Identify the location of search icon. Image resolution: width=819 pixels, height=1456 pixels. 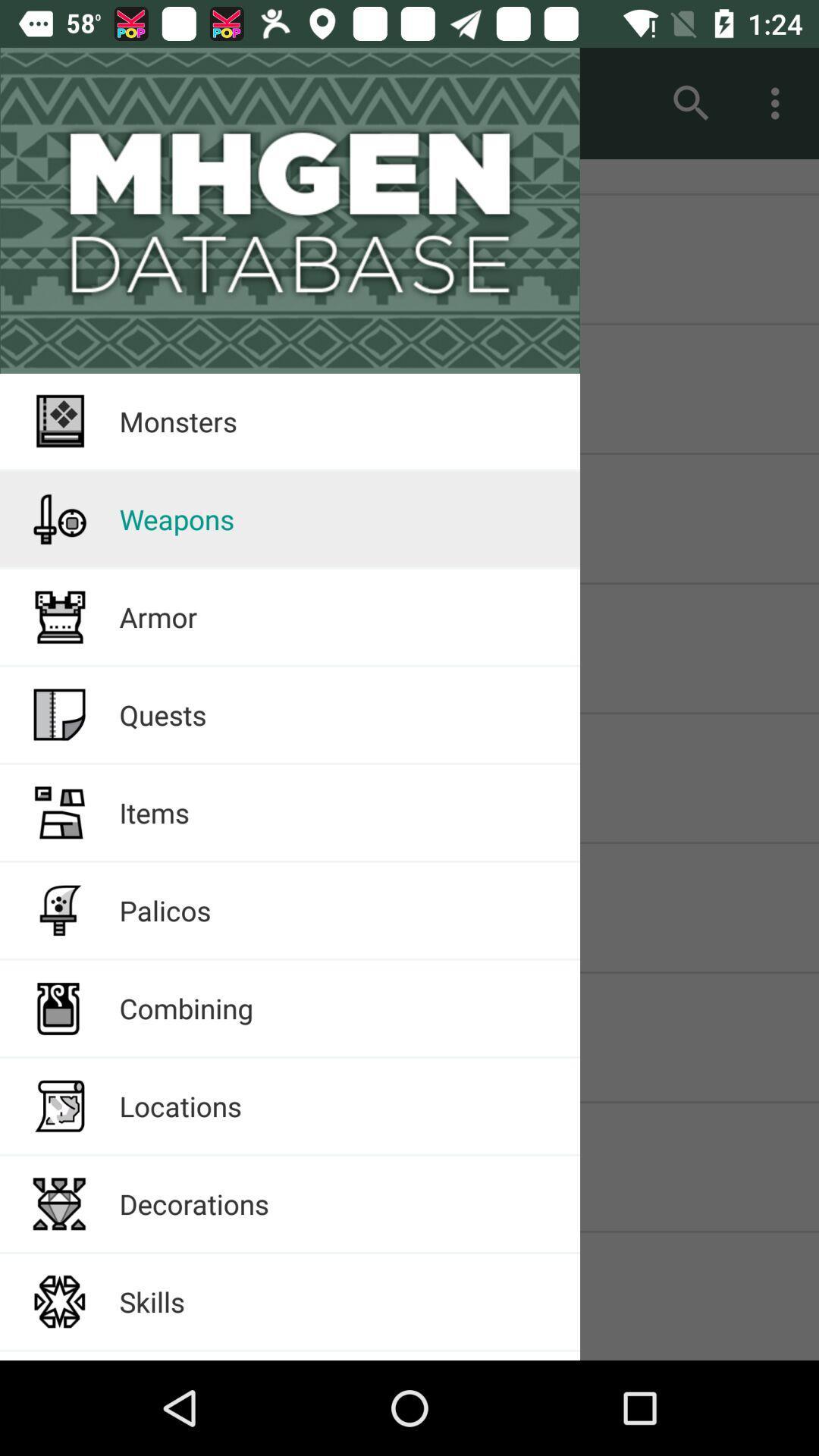
(691, 103).